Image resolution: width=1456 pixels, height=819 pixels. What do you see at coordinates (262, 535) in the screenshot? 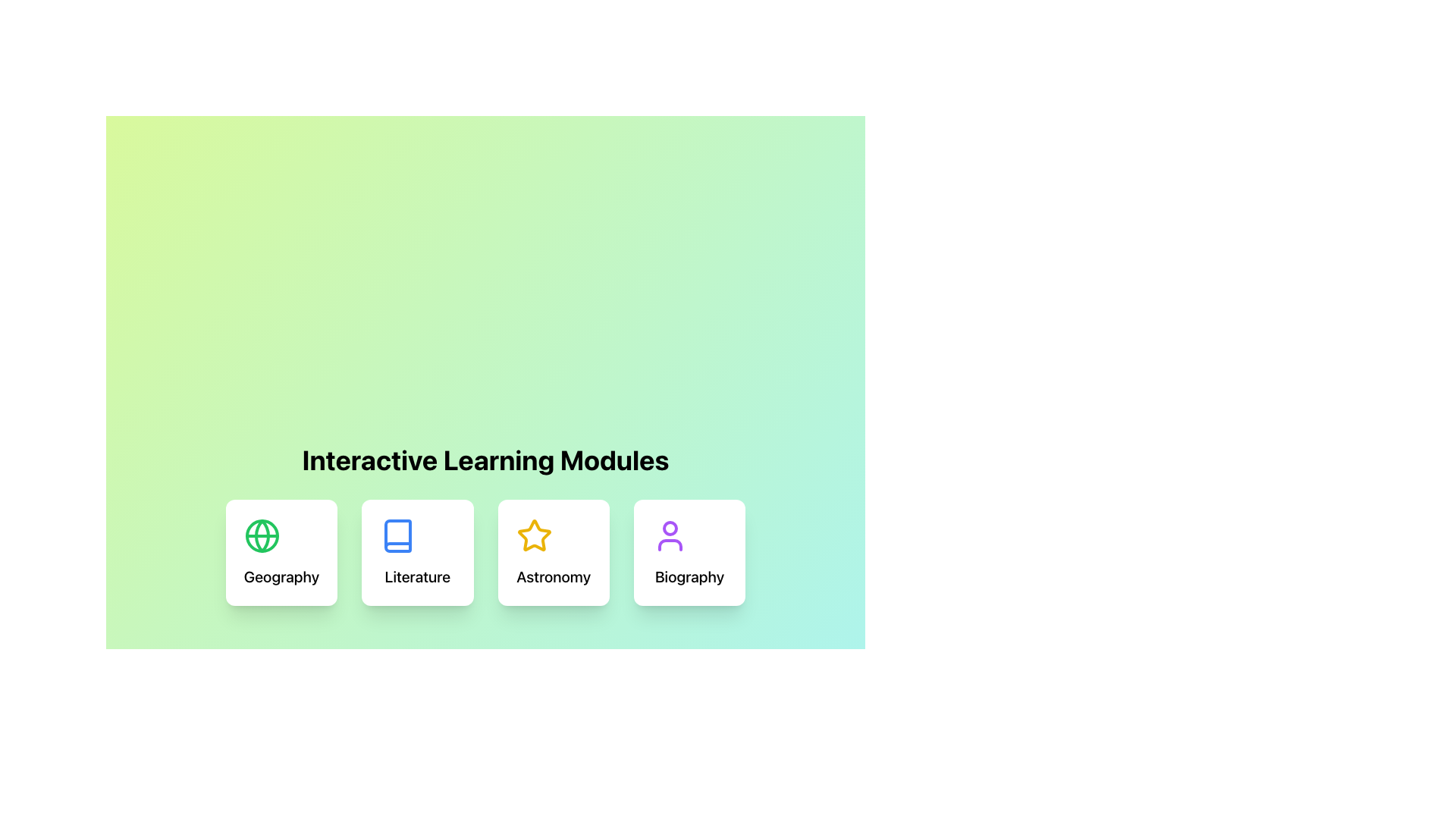
I see `the green circular icon representing Geography, which is the first in a row of four icons under 'Interactive Learning Modules'` at bounding box center [262, 535].